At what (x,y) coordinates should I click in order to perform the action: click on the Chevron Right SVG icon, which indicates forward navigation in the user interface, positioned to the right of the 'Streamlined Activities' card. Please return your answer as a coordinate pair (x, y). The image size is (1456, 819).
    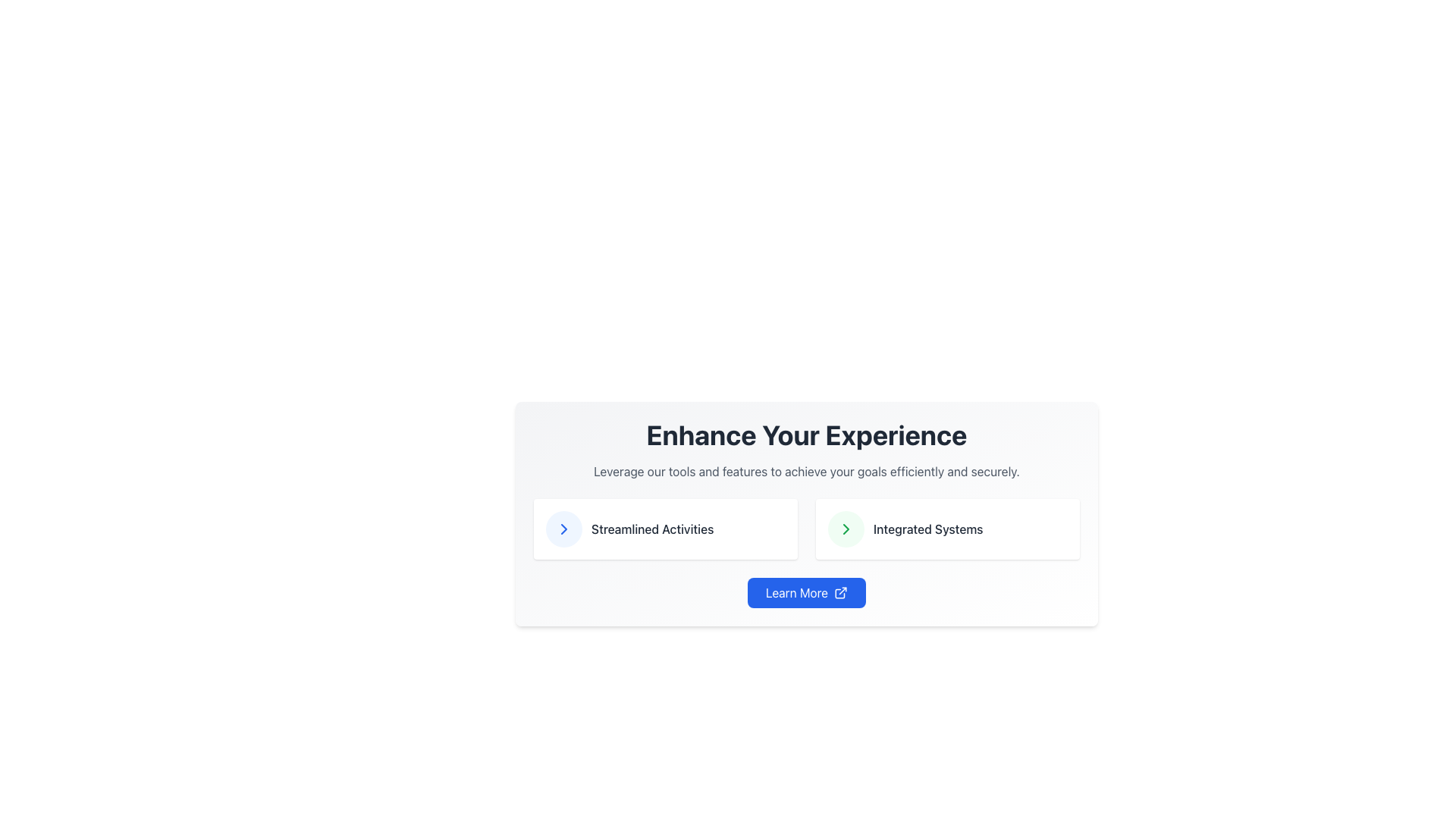
    Looking at the image, I should click on (563, 529).